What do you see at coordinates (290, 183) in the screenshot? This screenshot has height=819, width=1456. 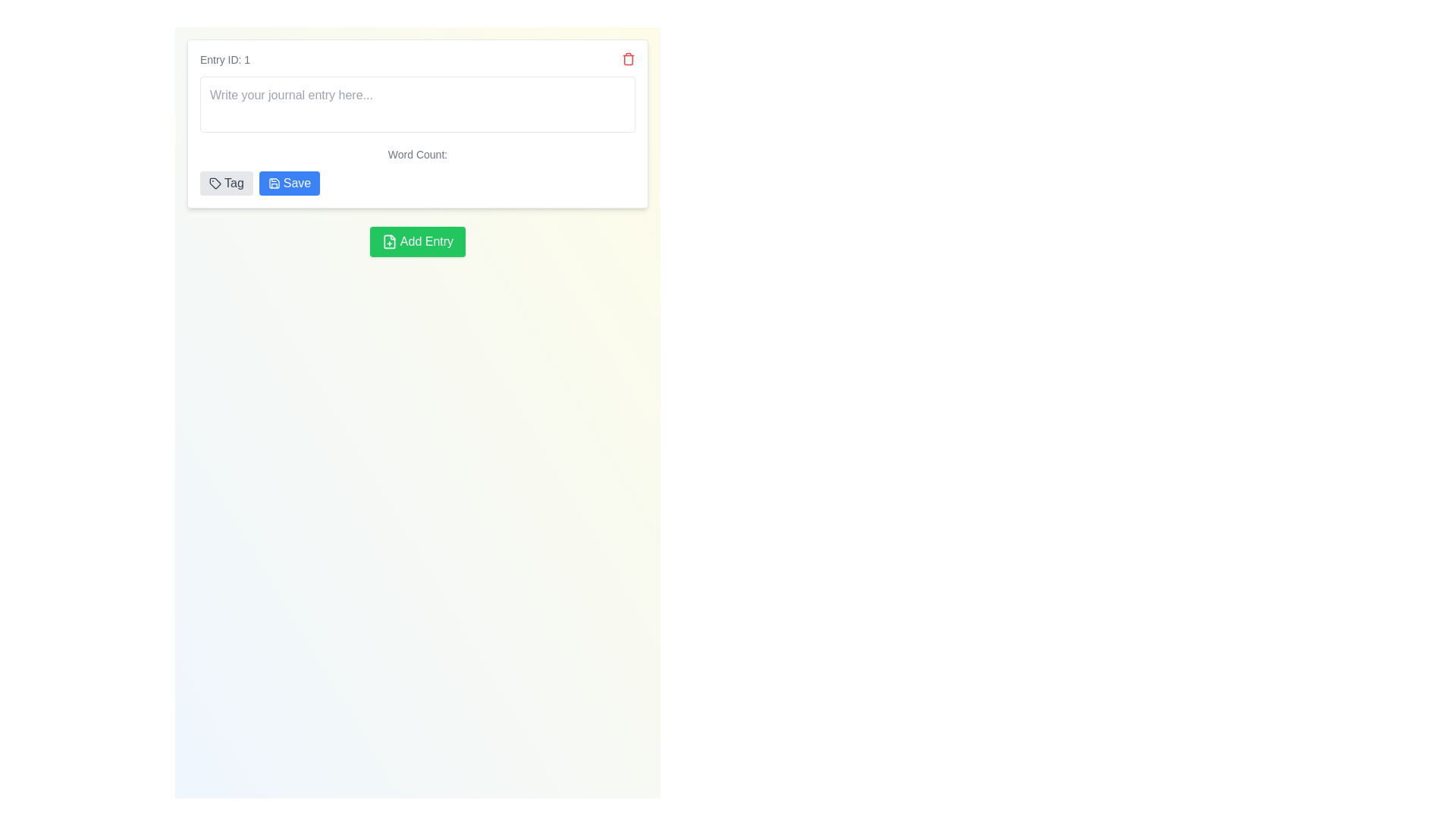 I see `the blue 'Save' button with a floppy disk icon located to the right of the 'Tag' button` at bounding box center [290, 183].